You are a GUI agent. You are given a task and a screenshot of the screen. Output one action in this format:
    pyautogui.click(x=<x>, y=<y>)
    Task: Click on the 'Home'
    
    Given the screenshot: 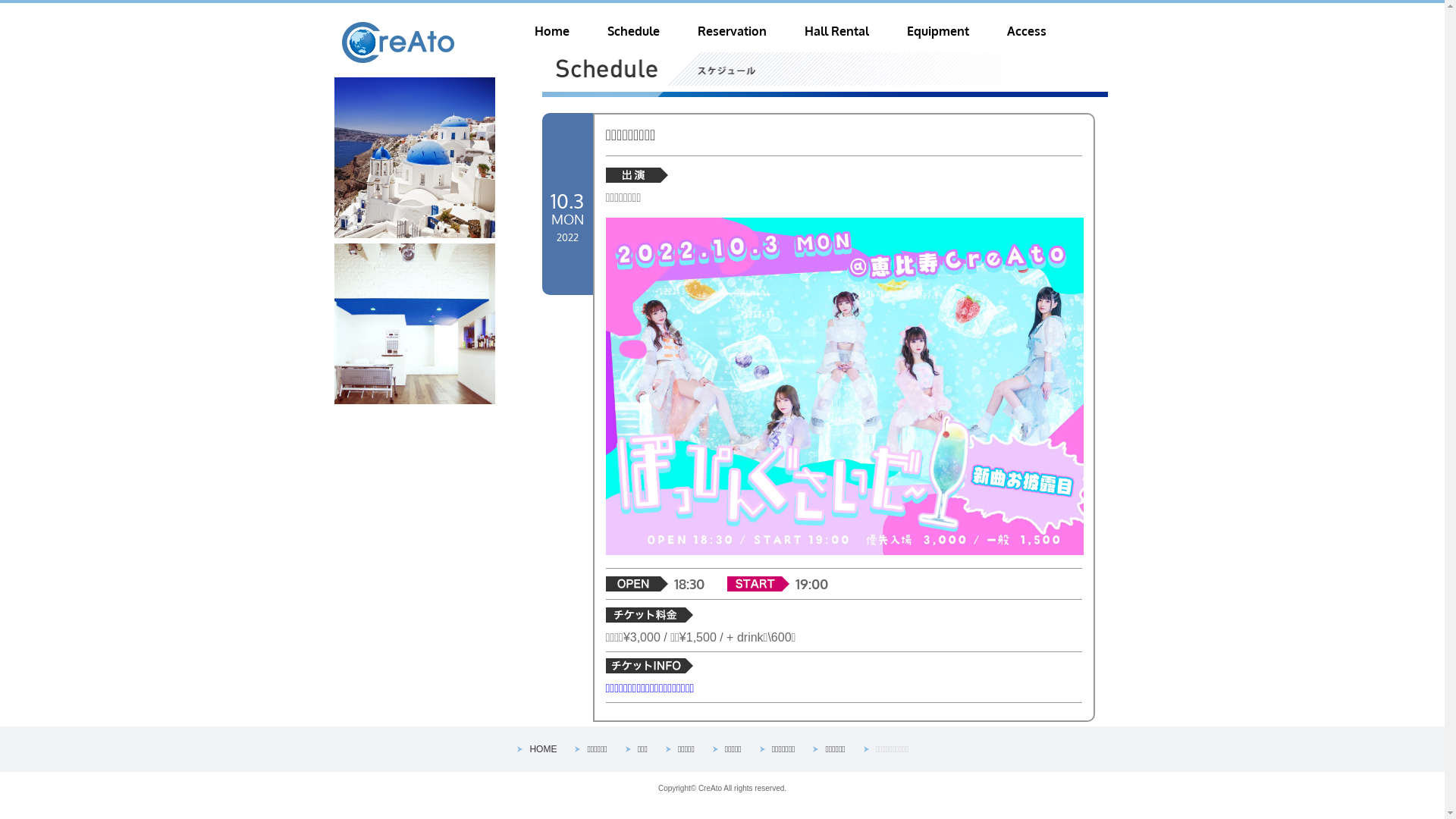 What is the action you would take?
    pyautogui.click(x=550, y=31)
    